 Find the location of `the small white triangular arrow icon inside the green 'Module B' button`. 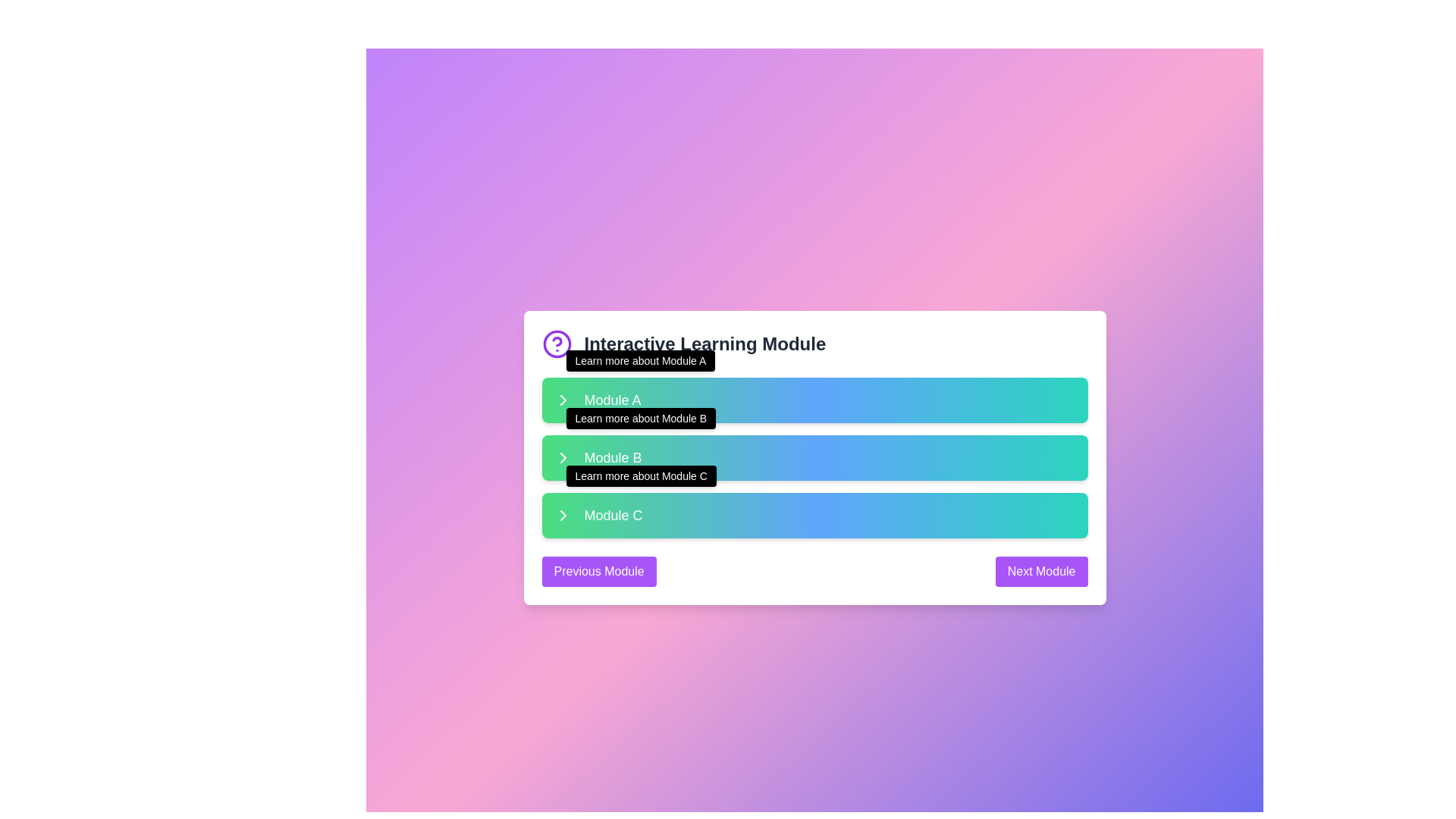

the small white triangular arrow icon inside the green 'Module B' button is located at coordinates (562, 514).